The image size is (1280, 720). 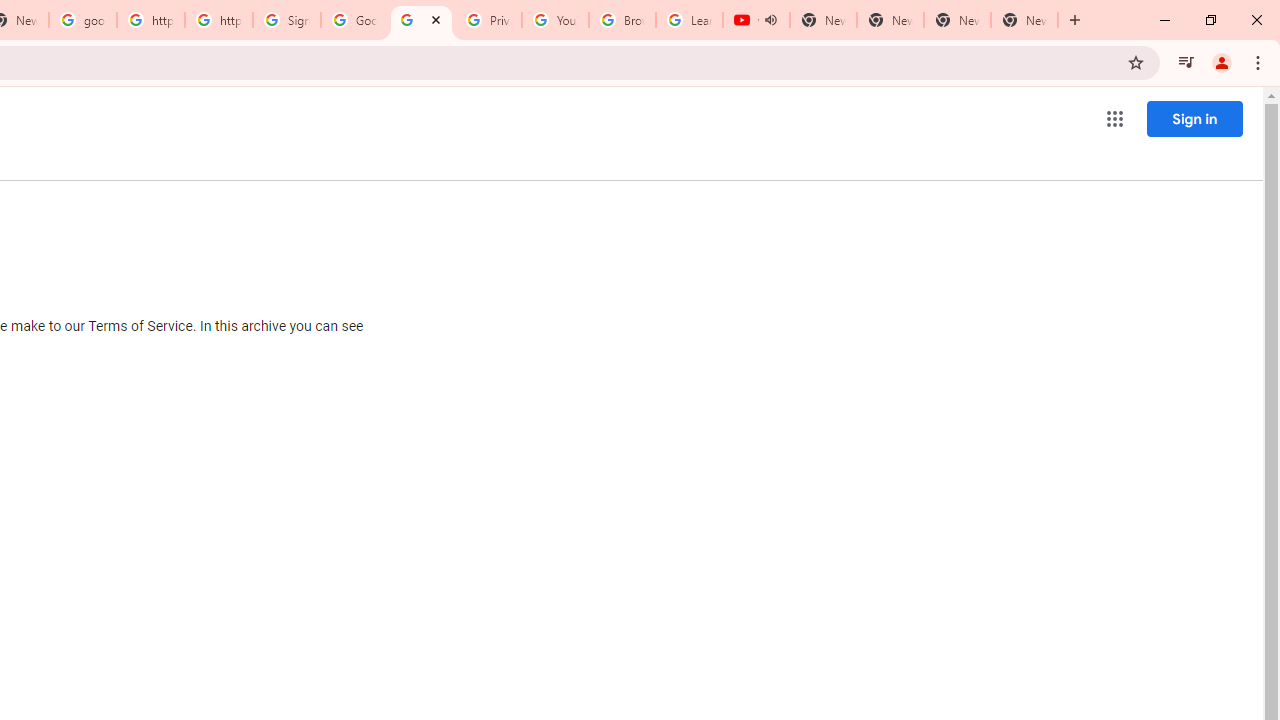 What do you see at coordinates (1165, 20) in the screenshot?
I see `'Minimize'` at bounding box center [1165, 20].